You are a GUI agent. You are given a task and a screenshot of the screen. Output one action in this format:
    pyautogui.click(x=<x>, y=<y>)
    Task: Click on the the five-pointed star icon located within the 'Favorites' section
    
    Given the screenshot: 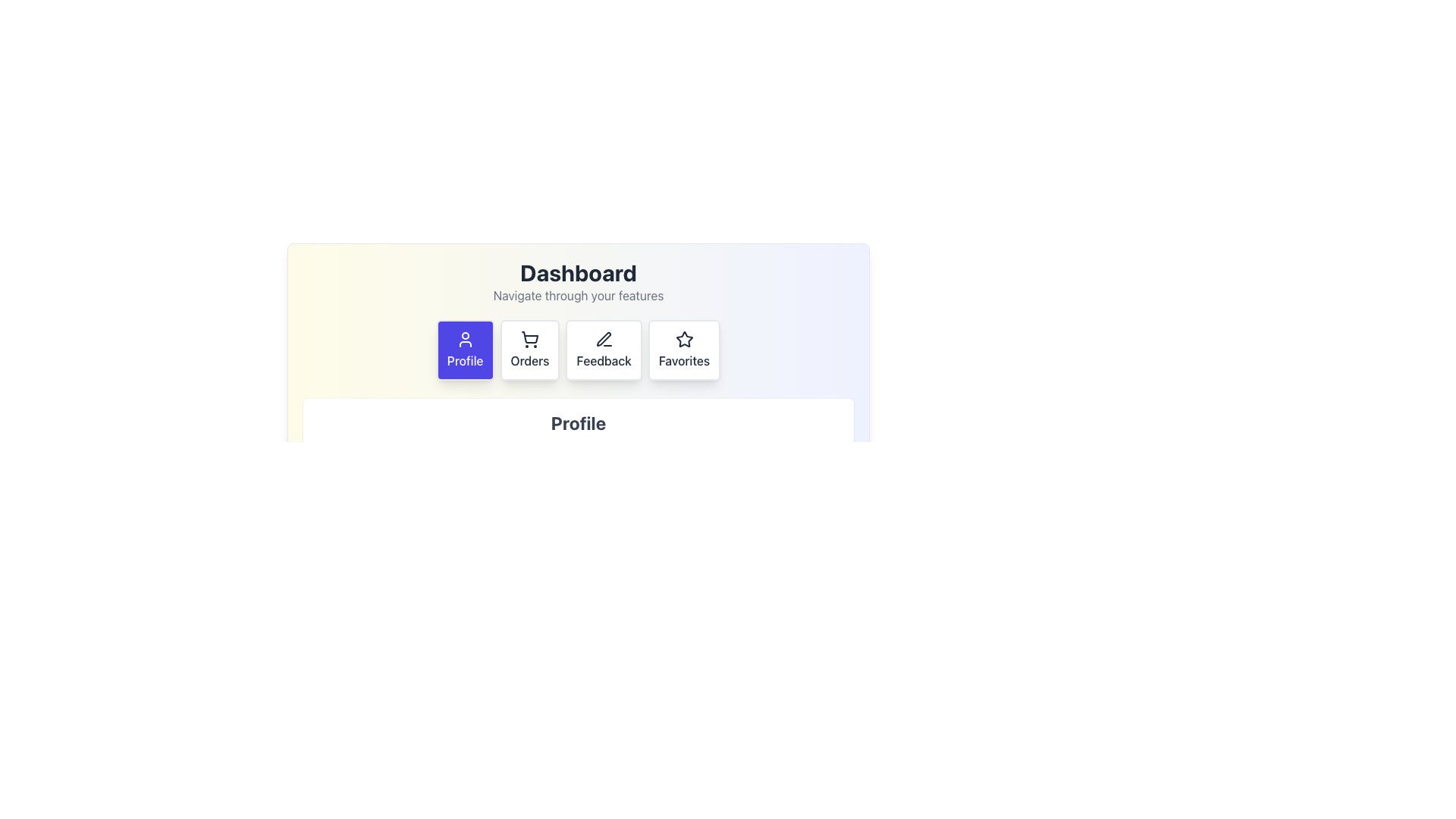 What is the action you would take?
    pyautogui.click(x=683, y=338)
    